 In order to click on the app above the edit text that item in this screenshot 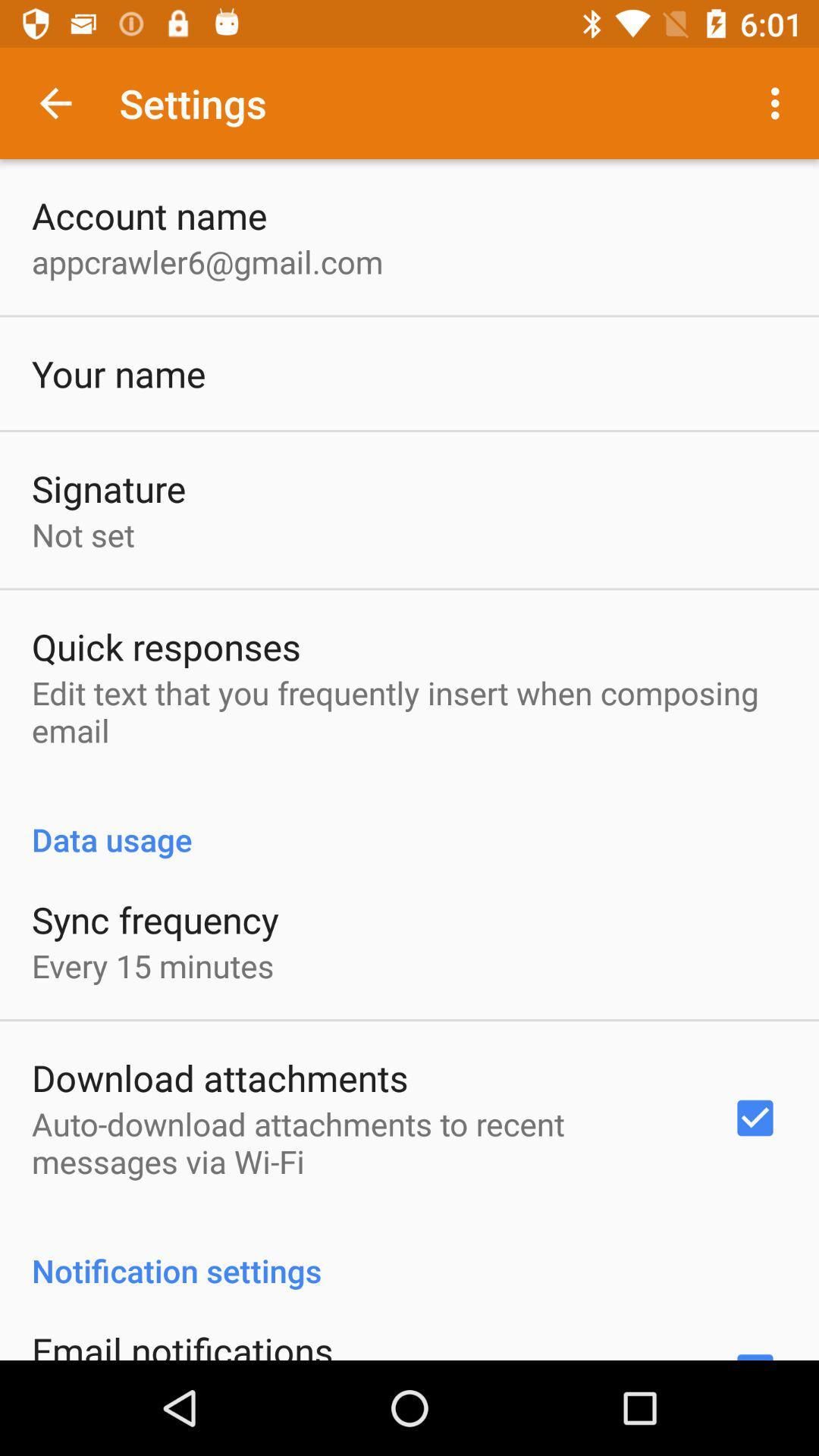, I will do `click(166, 646)`.